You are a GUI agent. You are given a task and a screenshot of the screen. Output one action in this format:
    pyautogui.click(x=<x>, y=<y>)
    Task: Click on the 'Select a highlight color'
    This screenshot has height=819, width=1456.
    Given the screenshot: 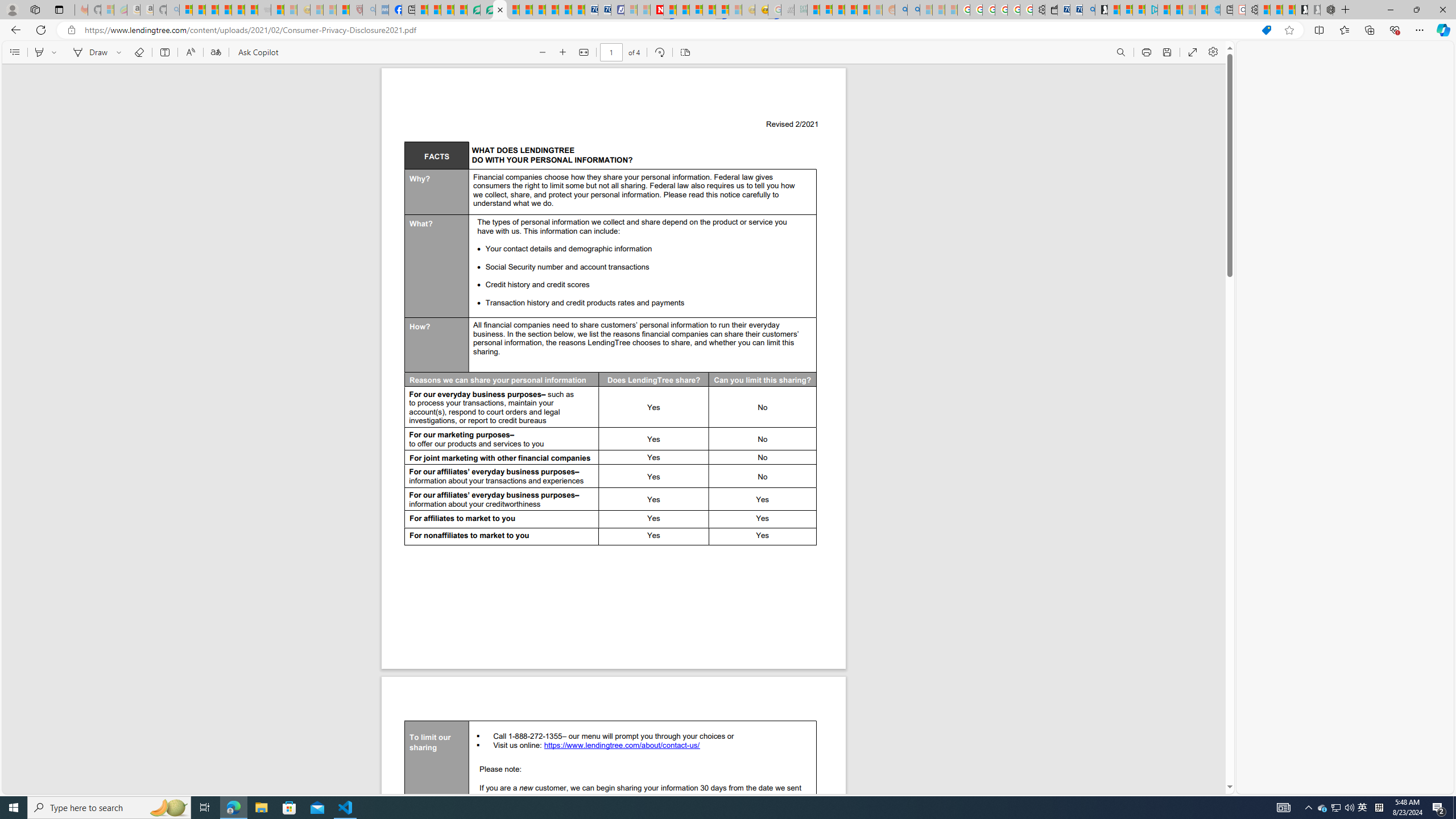 What is the action you would take?
    pyautogui.click(x=55, y=52)
    